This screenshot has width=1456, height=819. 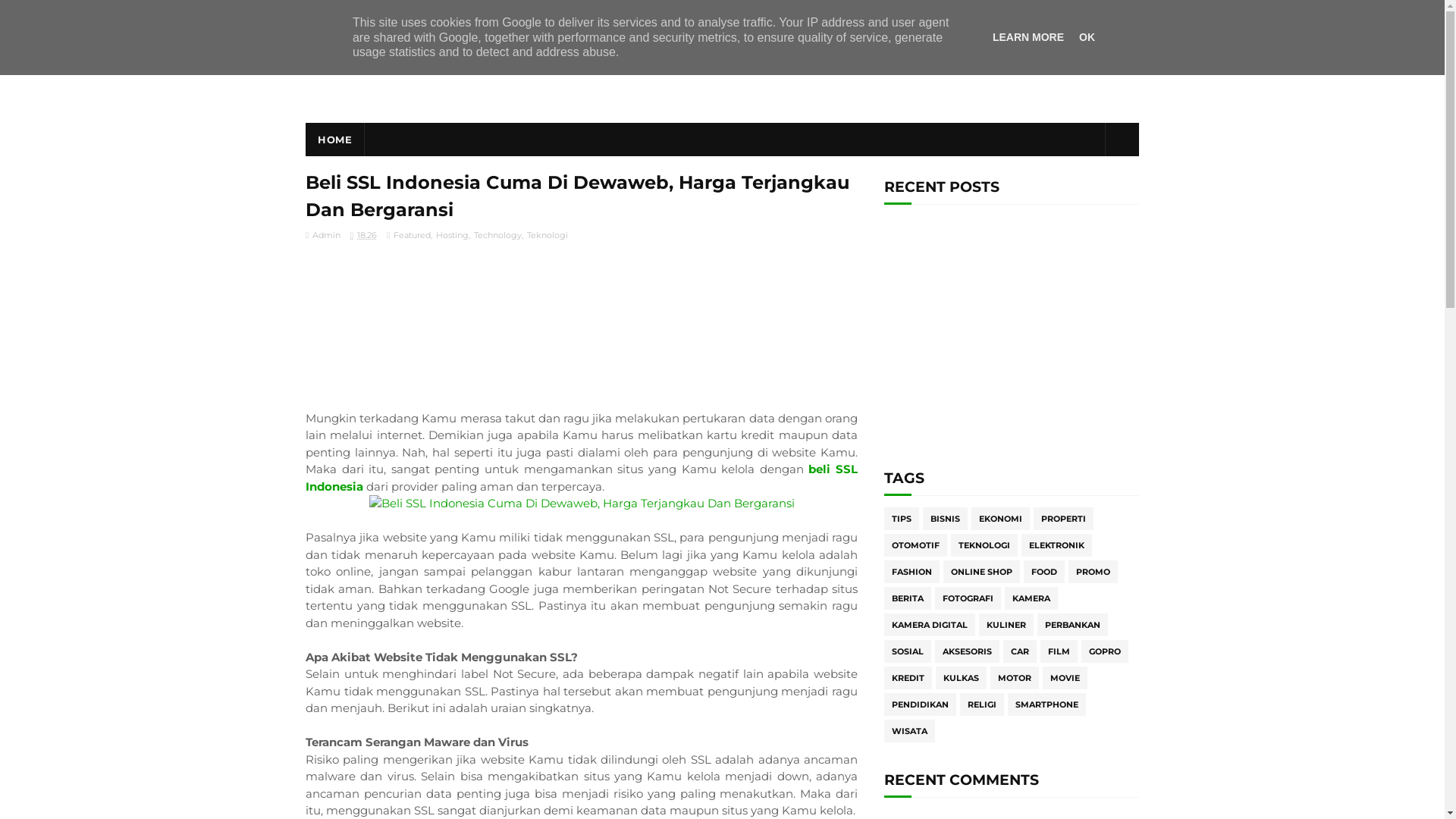 I want to click on 'KREDIT', so click(x=908, y=677).